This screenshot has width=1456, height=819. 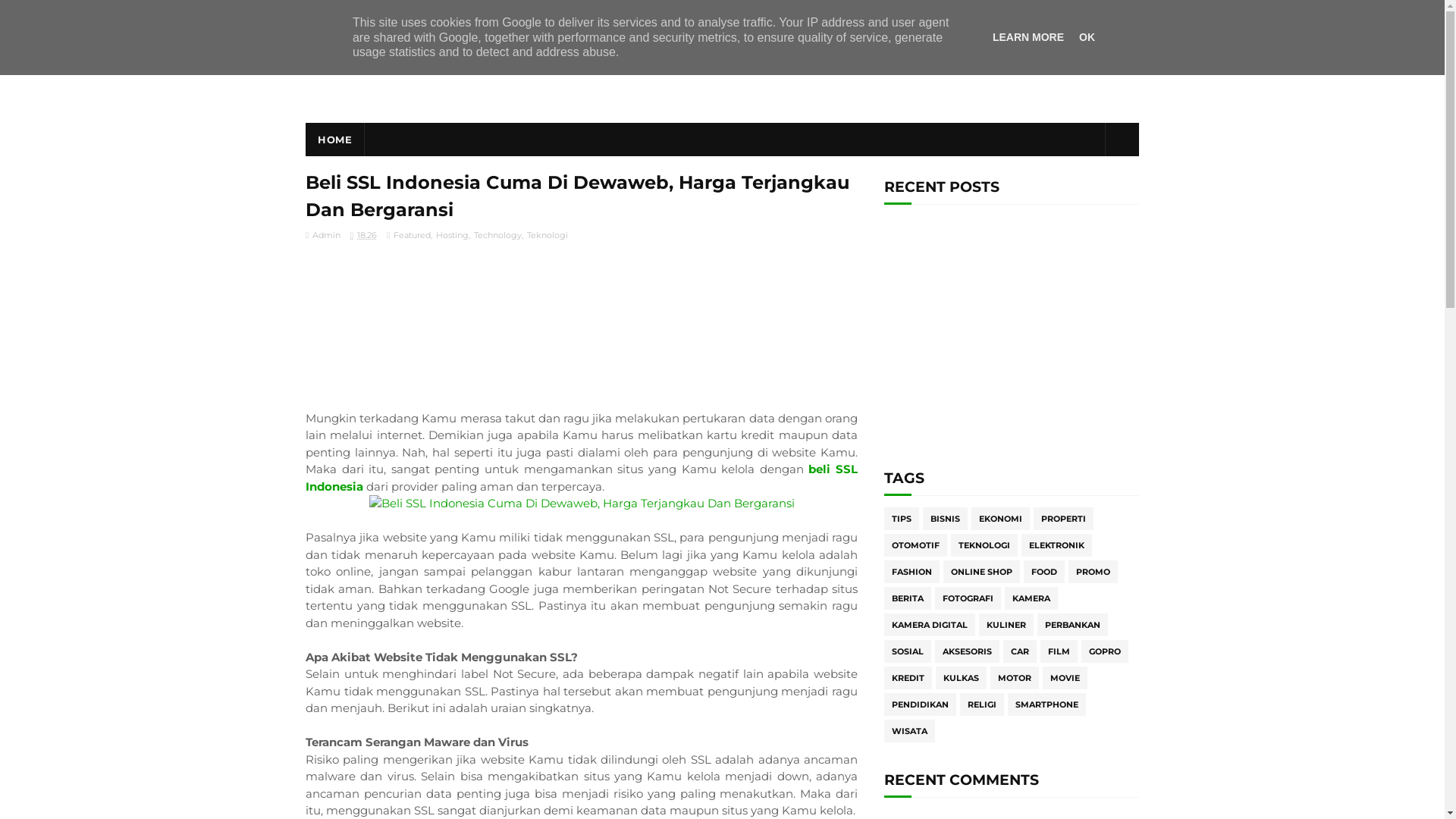 I want to click on 'KREDIT', so click(x=908, y=677).